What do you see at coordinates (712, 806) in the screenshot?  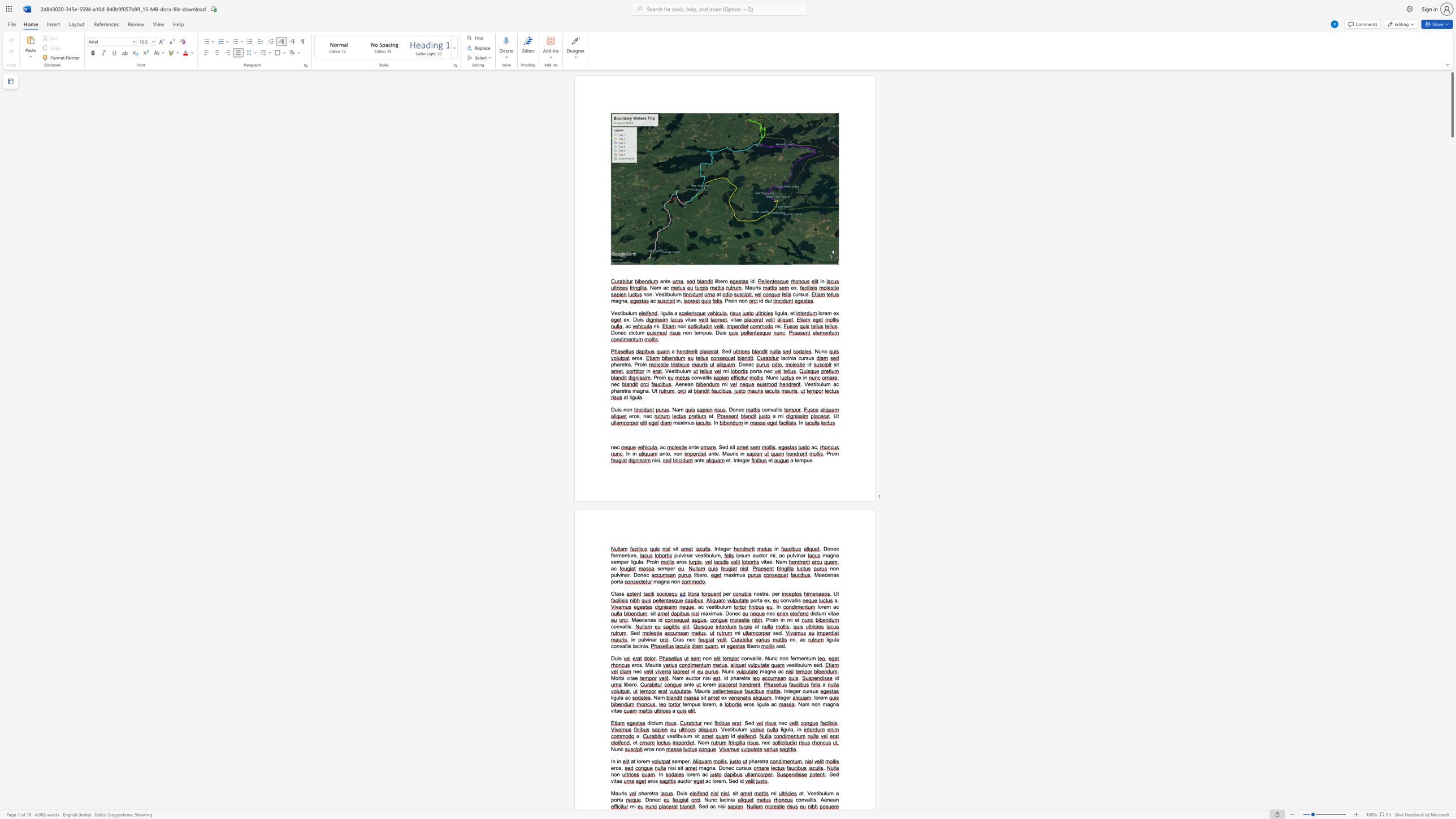 I see `the space between the continuous character "a" and "c" in the text` at bounding box center [712, 806].